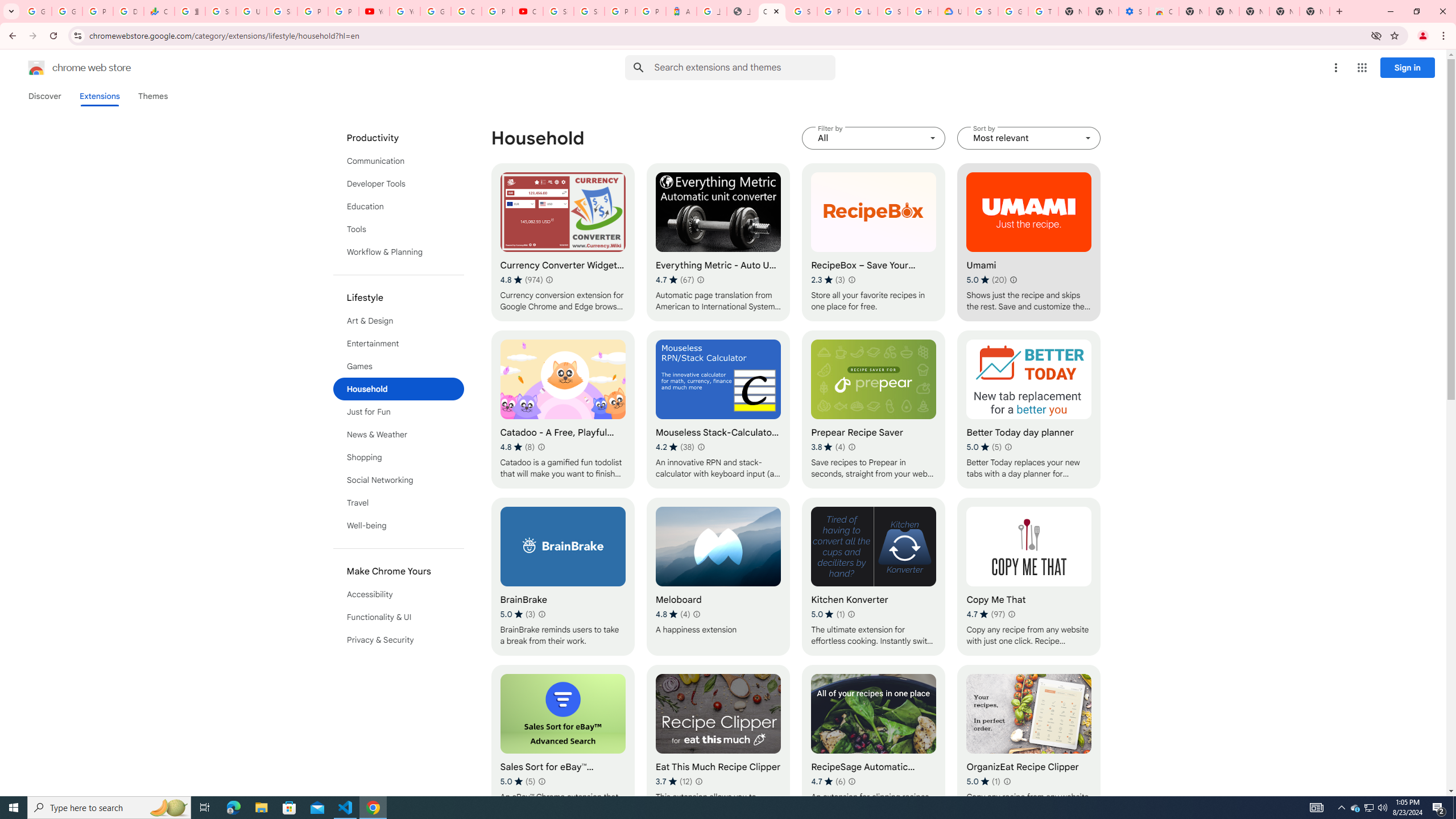 This screenshot has width=1456, height=819. Describe the element at coordinates (718, 242) in the screenshot. I see `'Everything Metric - Auto Unit Converter'` at that location.